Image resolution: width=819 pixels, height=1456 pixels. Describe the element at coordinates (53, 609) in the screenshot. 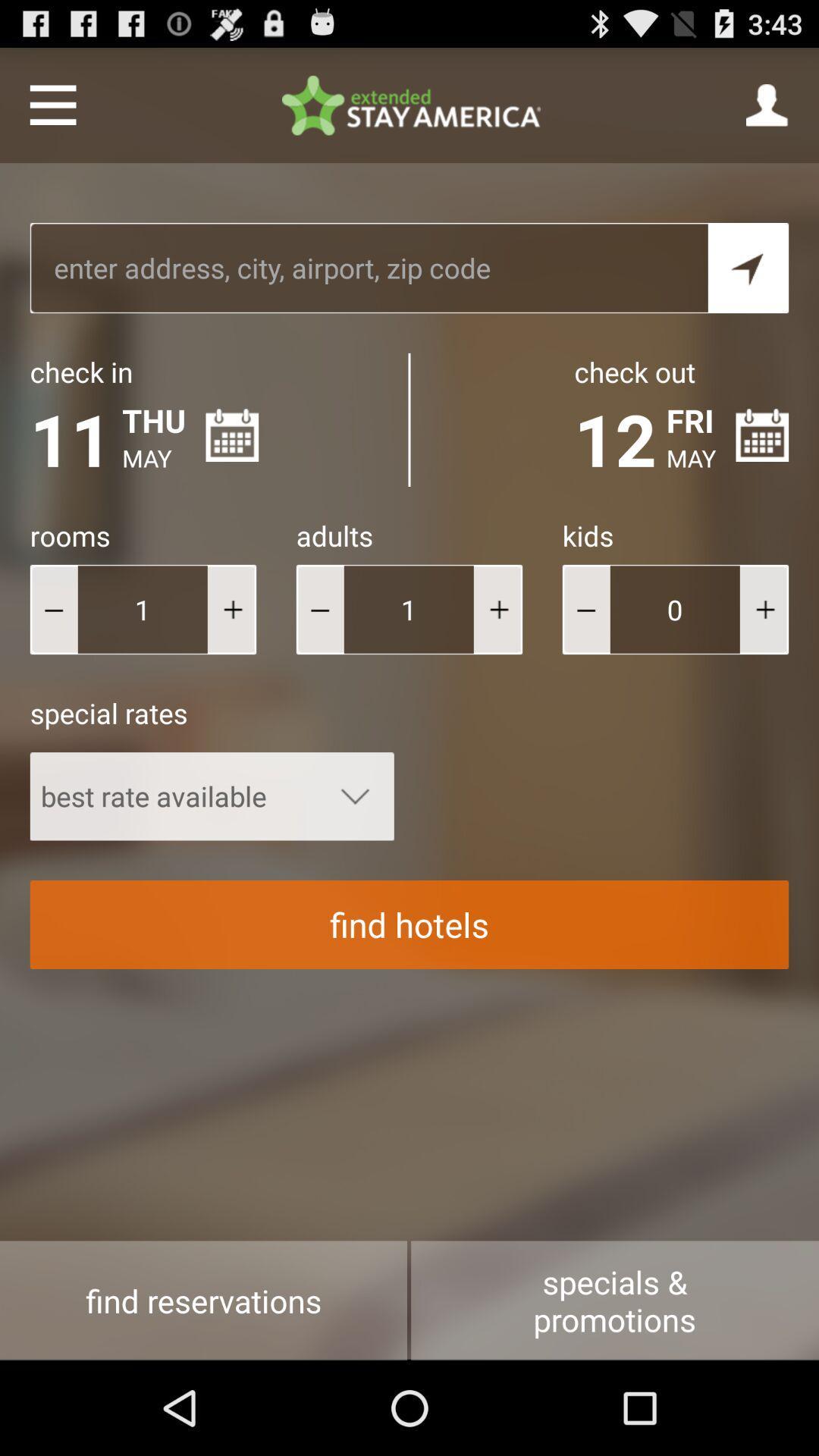

I see `decrease amount of rooms` at that location.